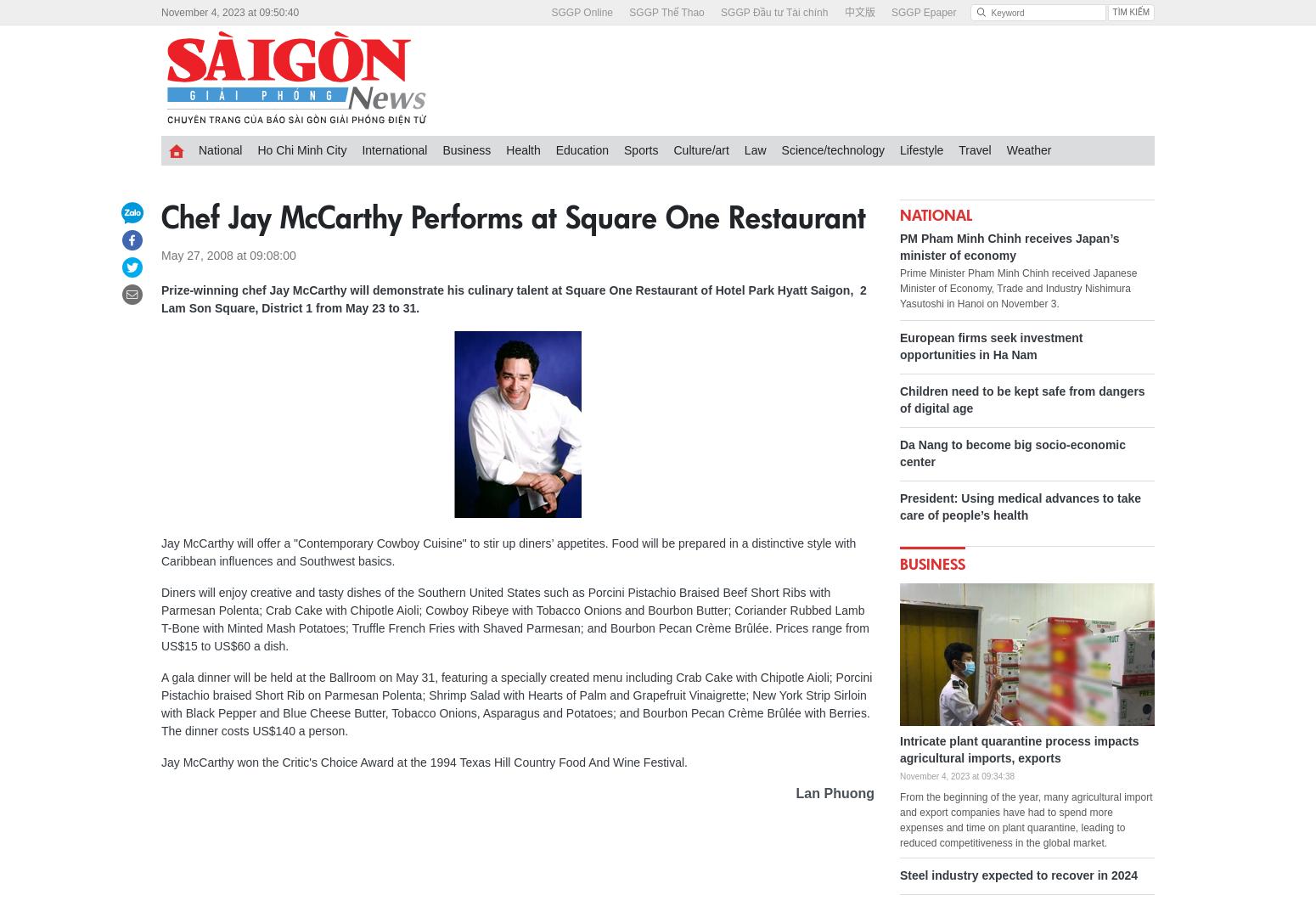 This screenshot has height=906, width=1316. Describe the element at coordinates (509, 552) in the screenshot. I see `'Jay McCarthy will offer a "Contemporary Cowboy Cuisine" to stir up diners’ appetites. Food will be prepared in a distinctive style with Caribbean influences and Southwest basics.'` at that location.